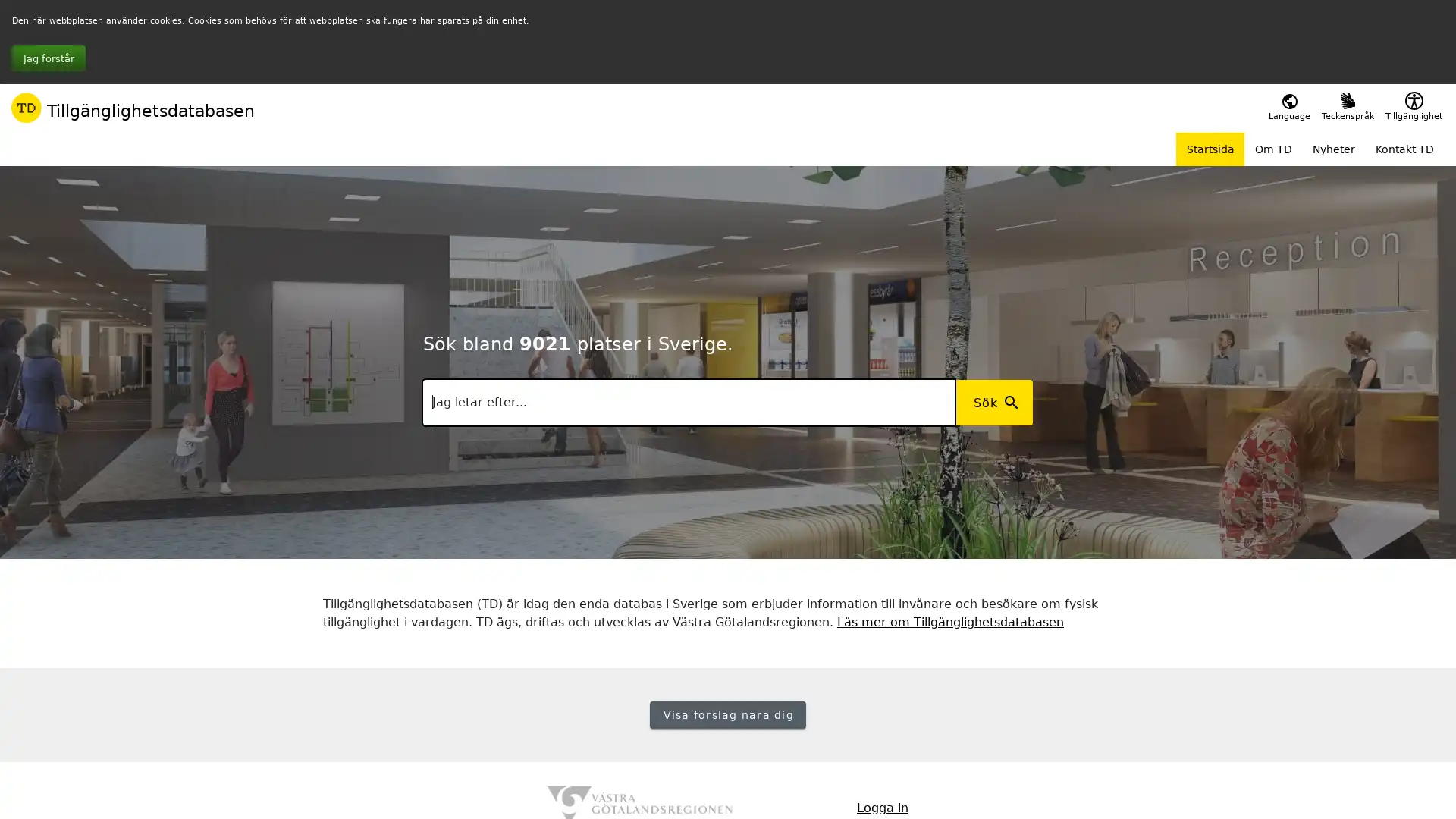 The height and width of the screenshot is (819, 1456). What do you see at coordinates (993, 402) in the screenshot?
I see `Sok` at bounding box center [993, 402].